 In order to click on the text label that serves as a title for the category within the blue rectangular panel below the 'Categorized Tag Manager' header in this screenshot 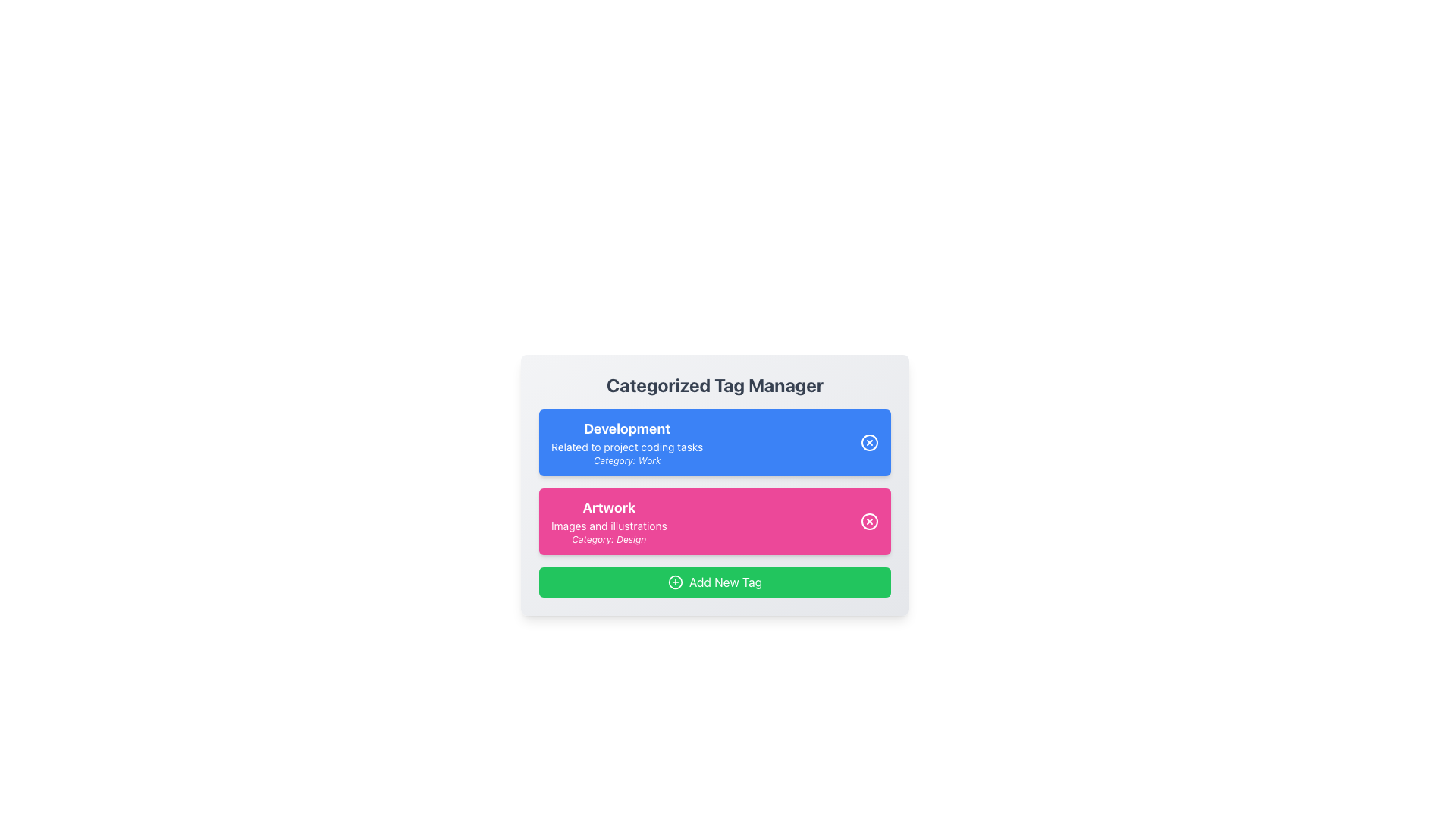, I will do `click(627, 429)`.